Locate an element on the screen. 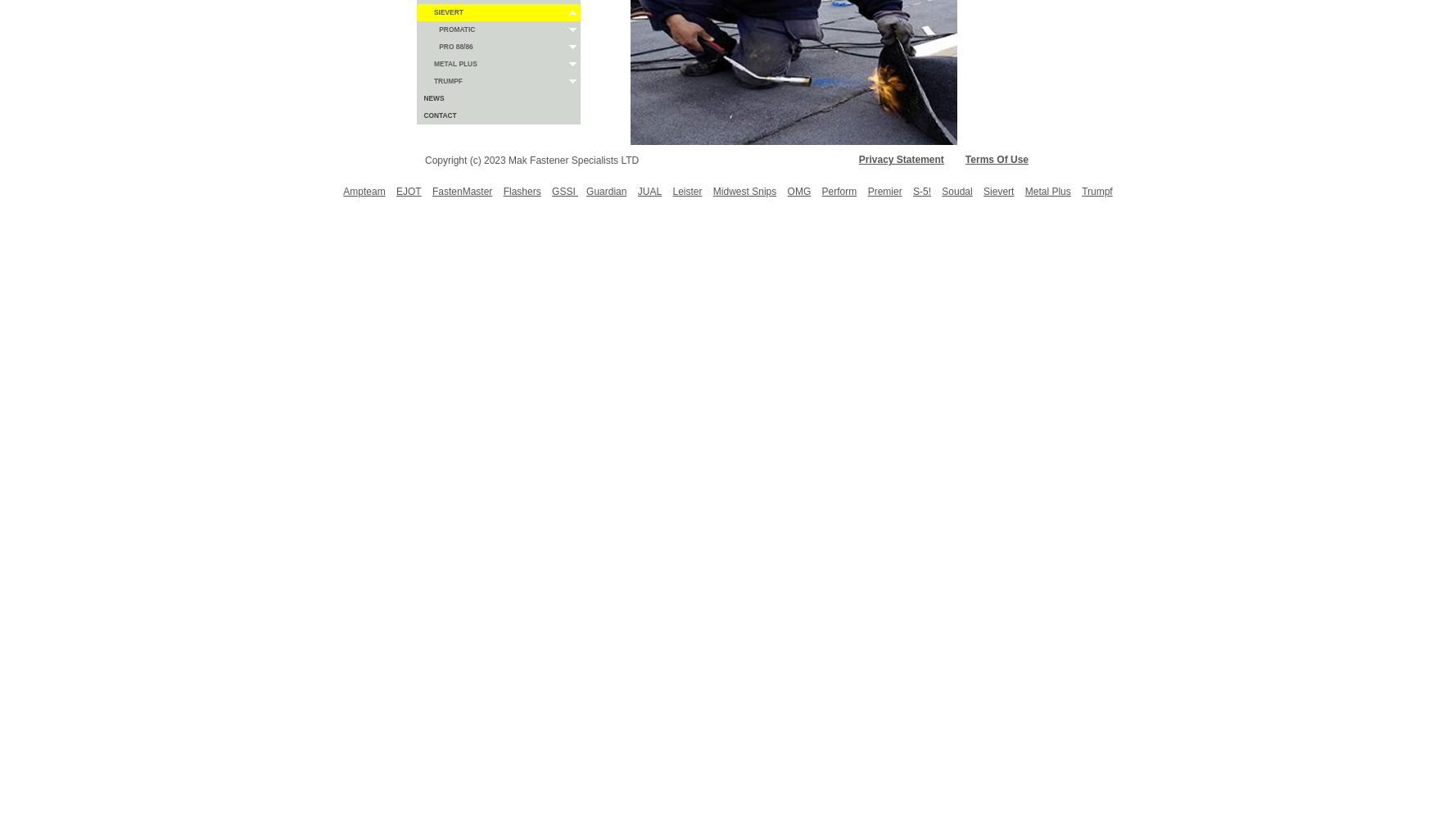 This screenshot has width=1456, height=819. 'GSSI' is located at coordinates (565, 191).